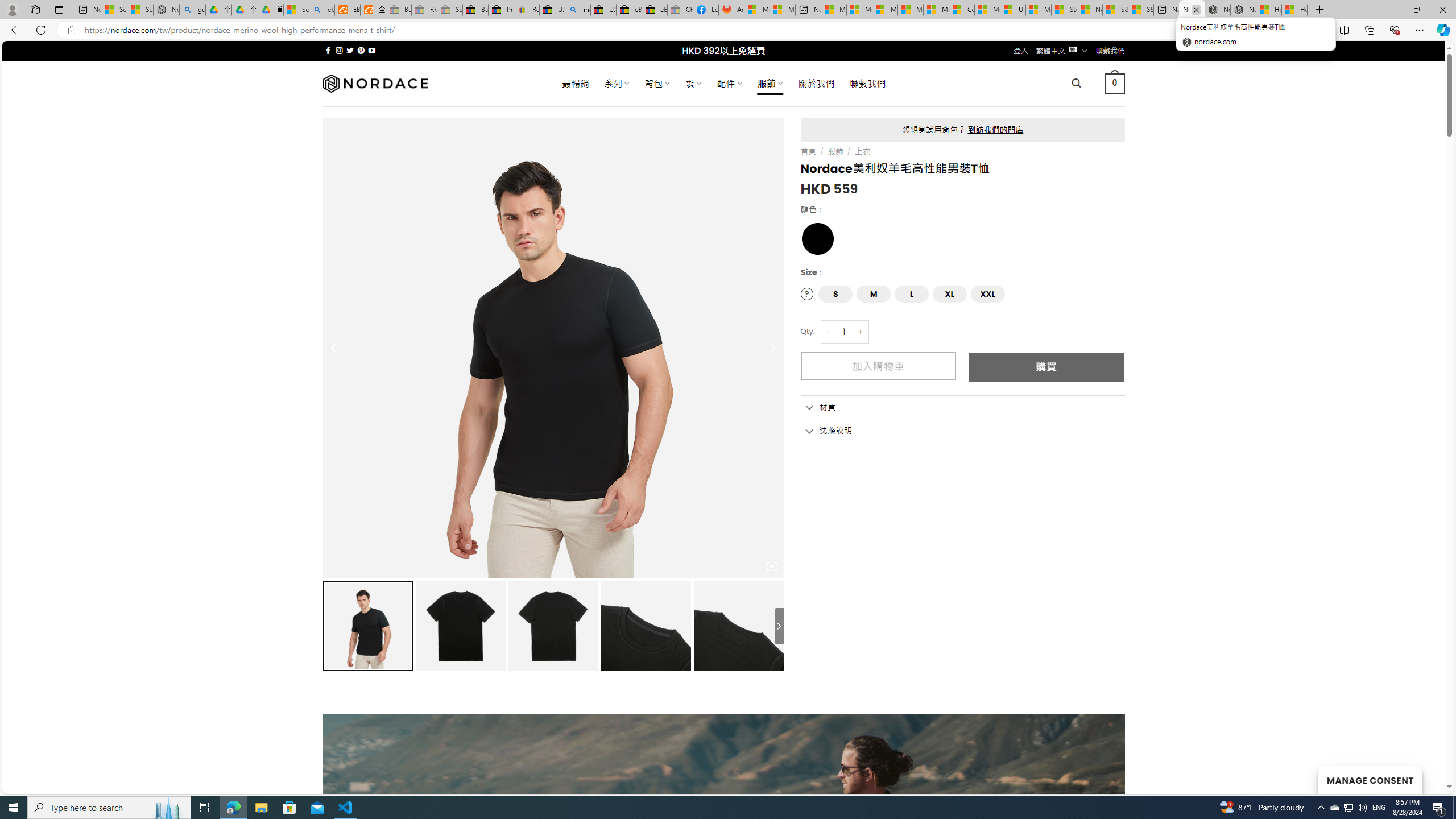 The height and width of the screenshot is (819, 1456). I want to click on 'Microsoft account | Home', so click(885, 9).